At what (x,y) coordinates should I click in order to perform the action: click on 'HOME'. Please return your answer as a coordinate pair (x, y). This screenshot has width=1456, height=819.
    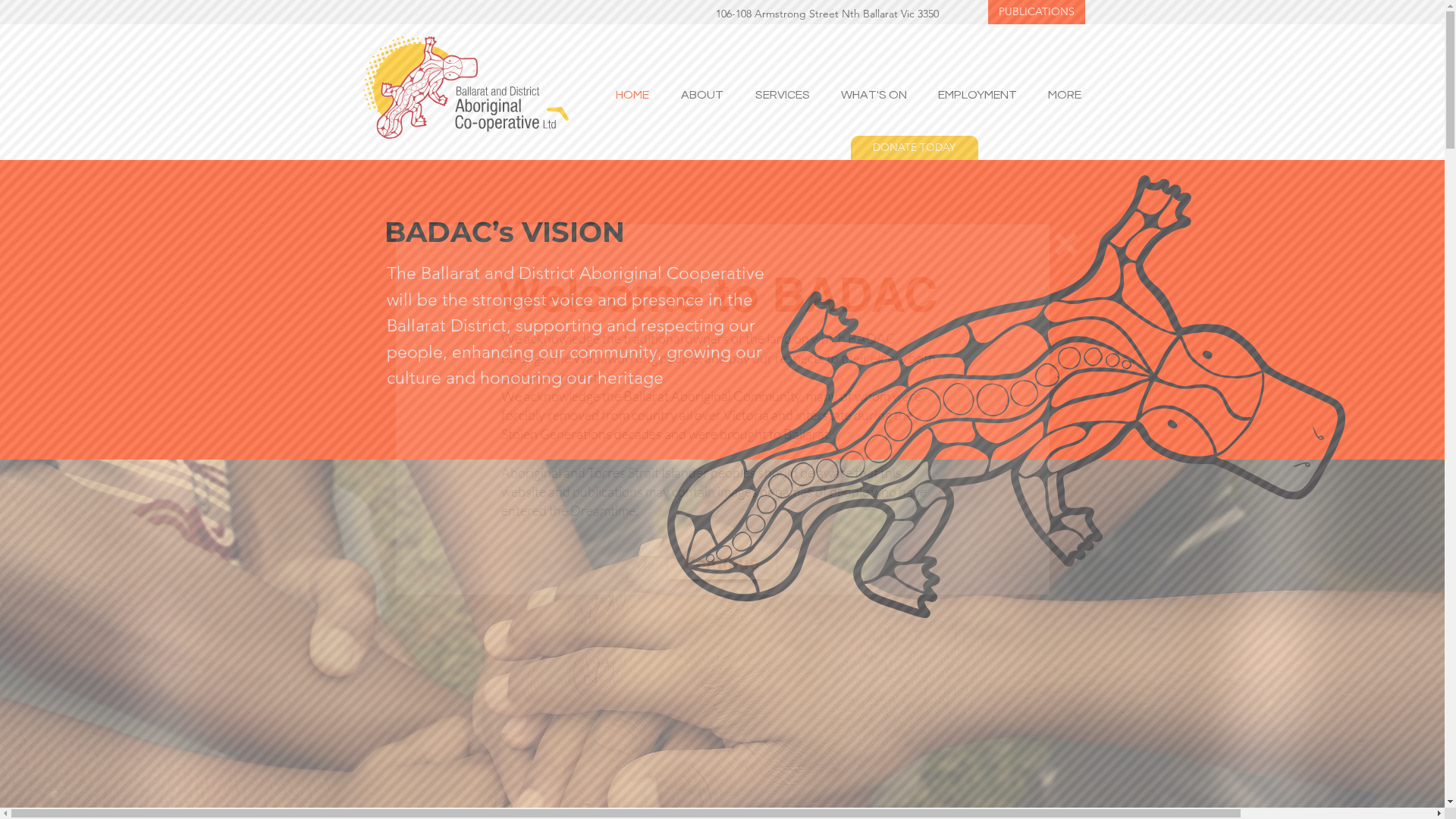
    Looking at the image, I should click on (626, 94).